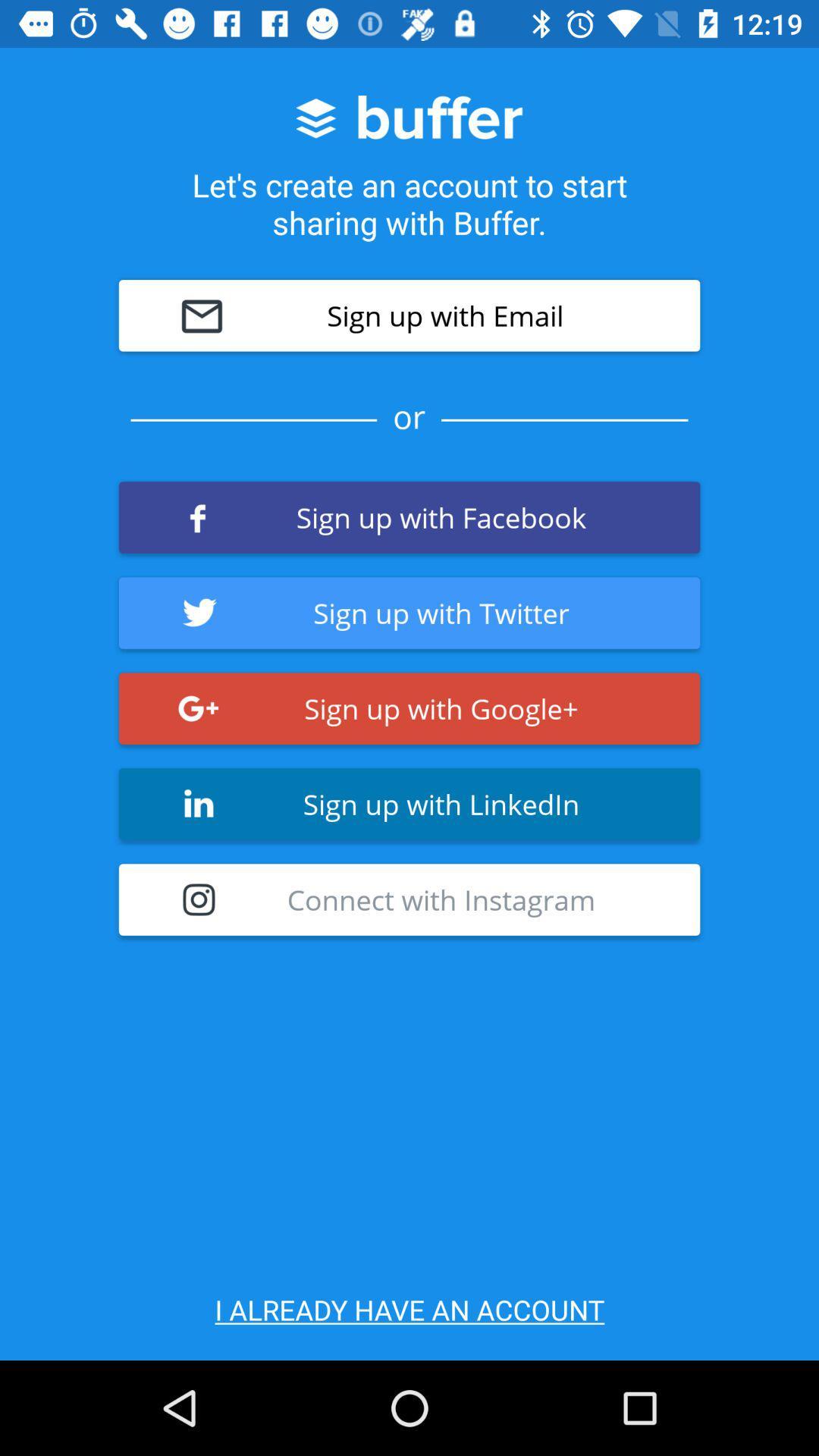 The height and width of the screenshot is (1456, 819). Describe the element at coordinates (409, 899) in the screenshot. I see `connect with instagram item` at that location.